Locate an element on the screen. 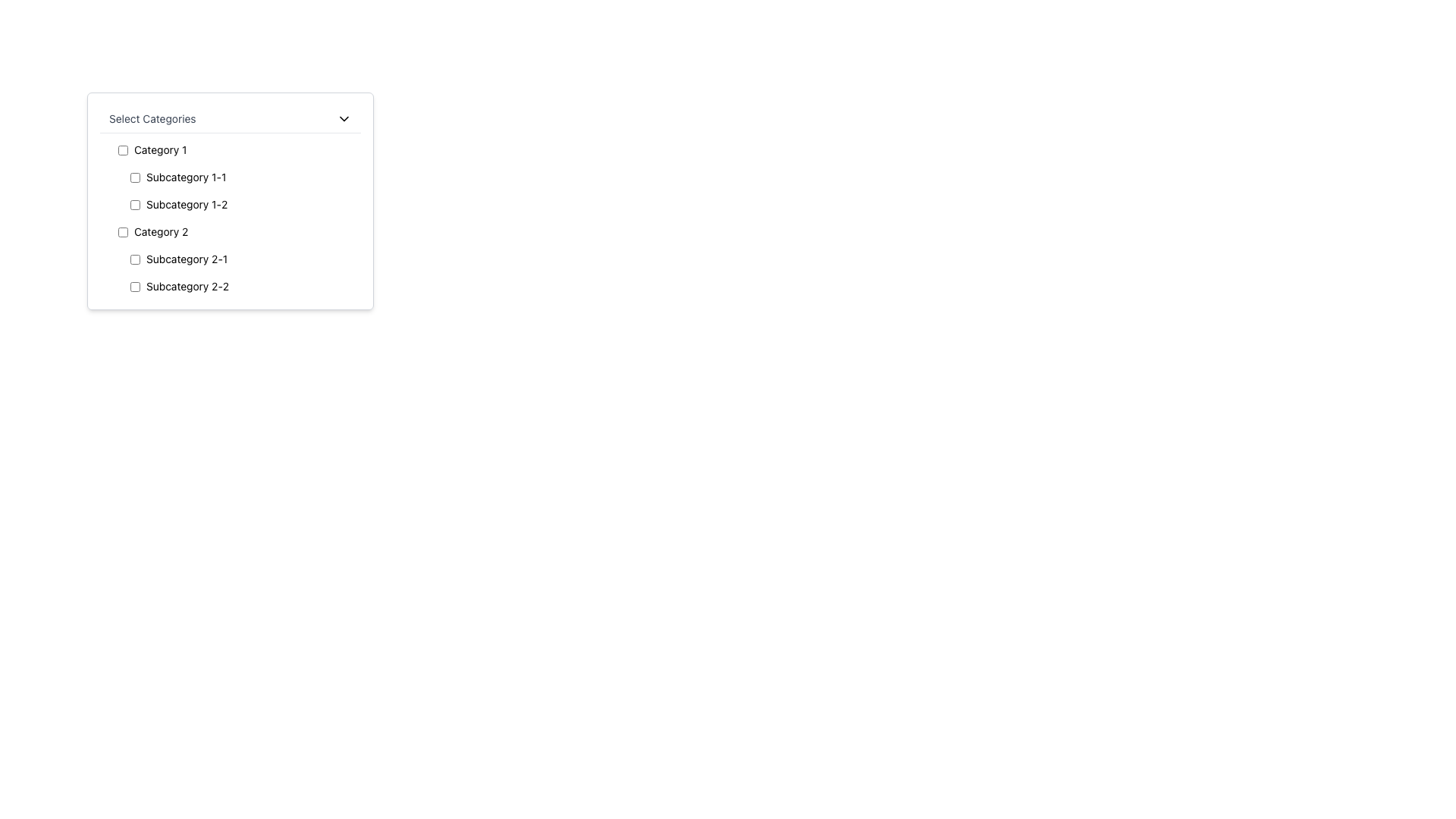  the checkbox of the second subcategory under 'Category 1' is located at coordinates (236, 177).